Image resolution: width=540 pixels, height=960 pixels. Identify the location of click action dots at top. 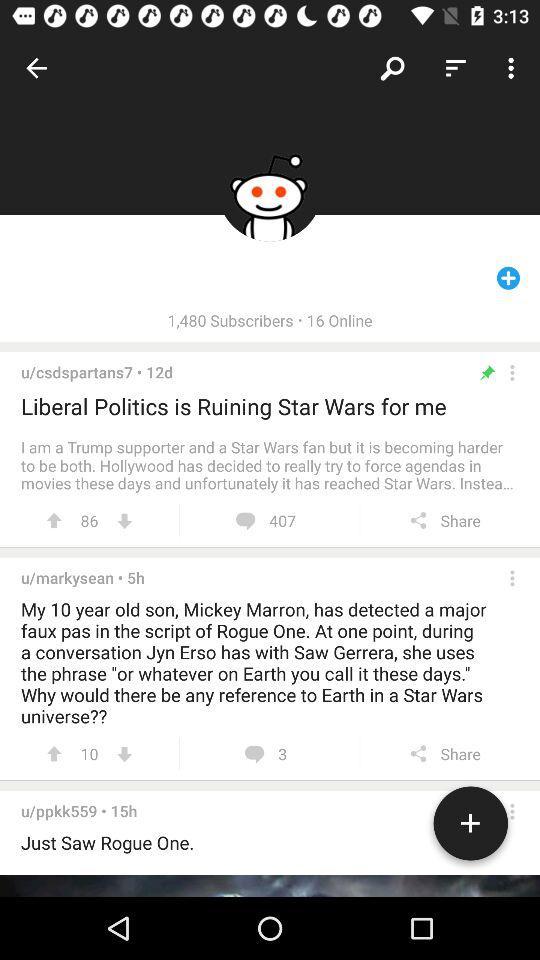
(512, 371).